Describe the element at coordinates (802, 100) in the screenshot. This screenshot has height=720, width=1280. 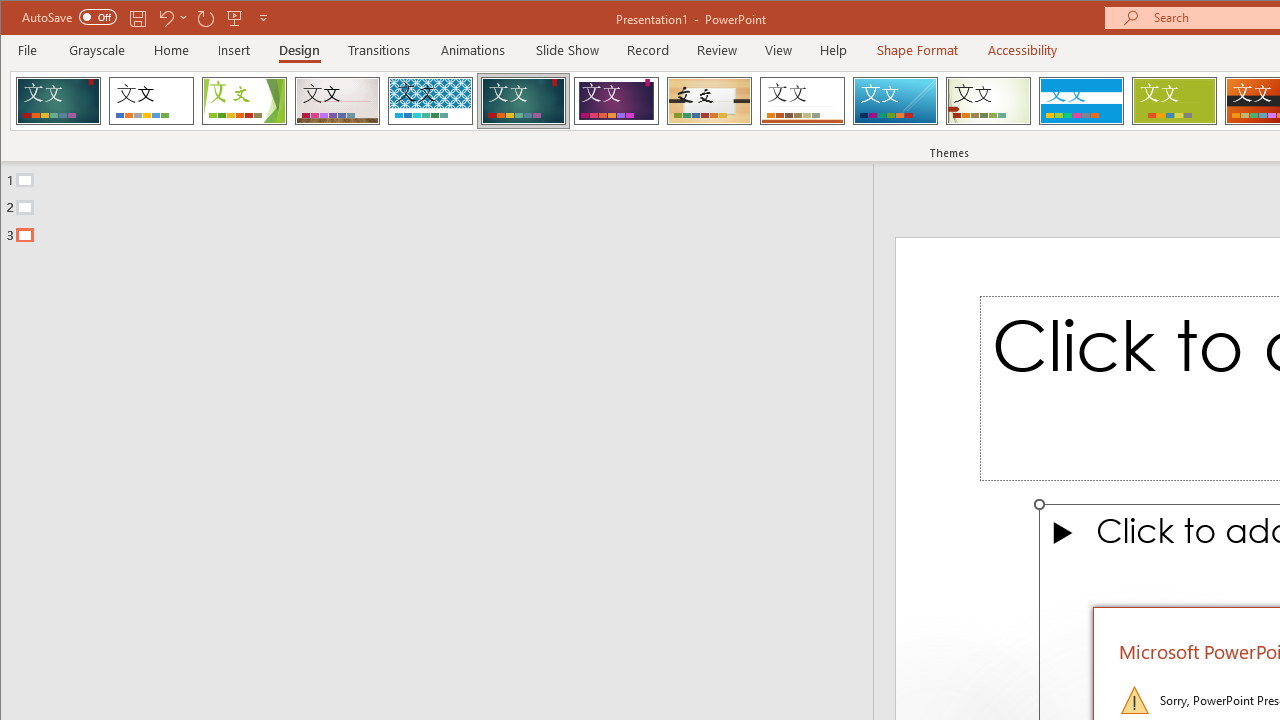
I see `'Retrospect'` at that location.